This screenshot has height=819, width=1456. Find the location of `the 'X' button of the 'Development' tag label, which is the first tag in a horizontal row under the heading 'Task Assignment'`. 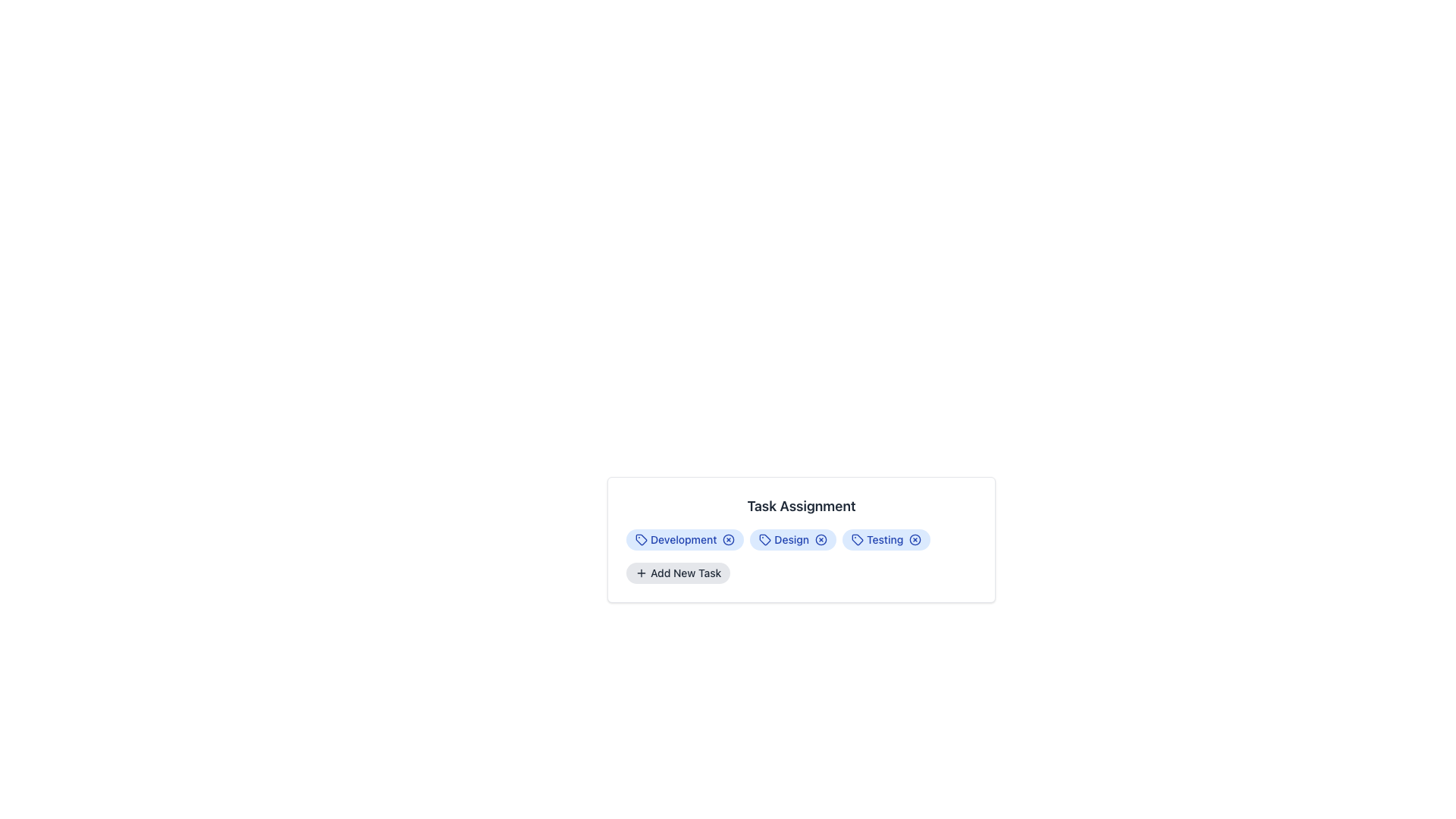

the 'X' button of the 'Development' tag label, which is the first tag in a horizontal row under the heading 'Task Assignment' is located at coordinates (684, 539).